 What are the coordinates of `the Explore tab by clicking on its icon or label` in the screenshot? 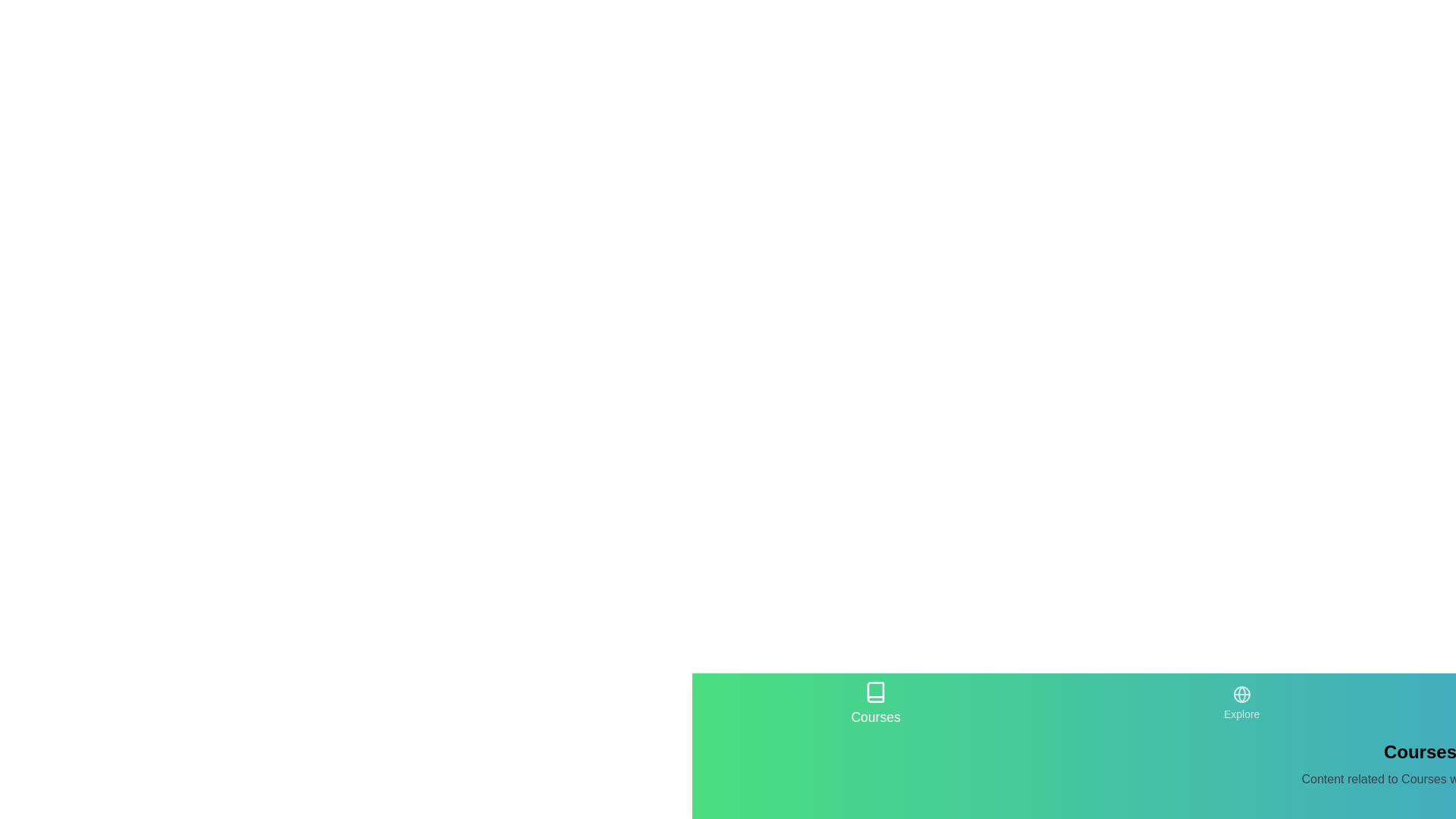 It's located at (1241, 704).